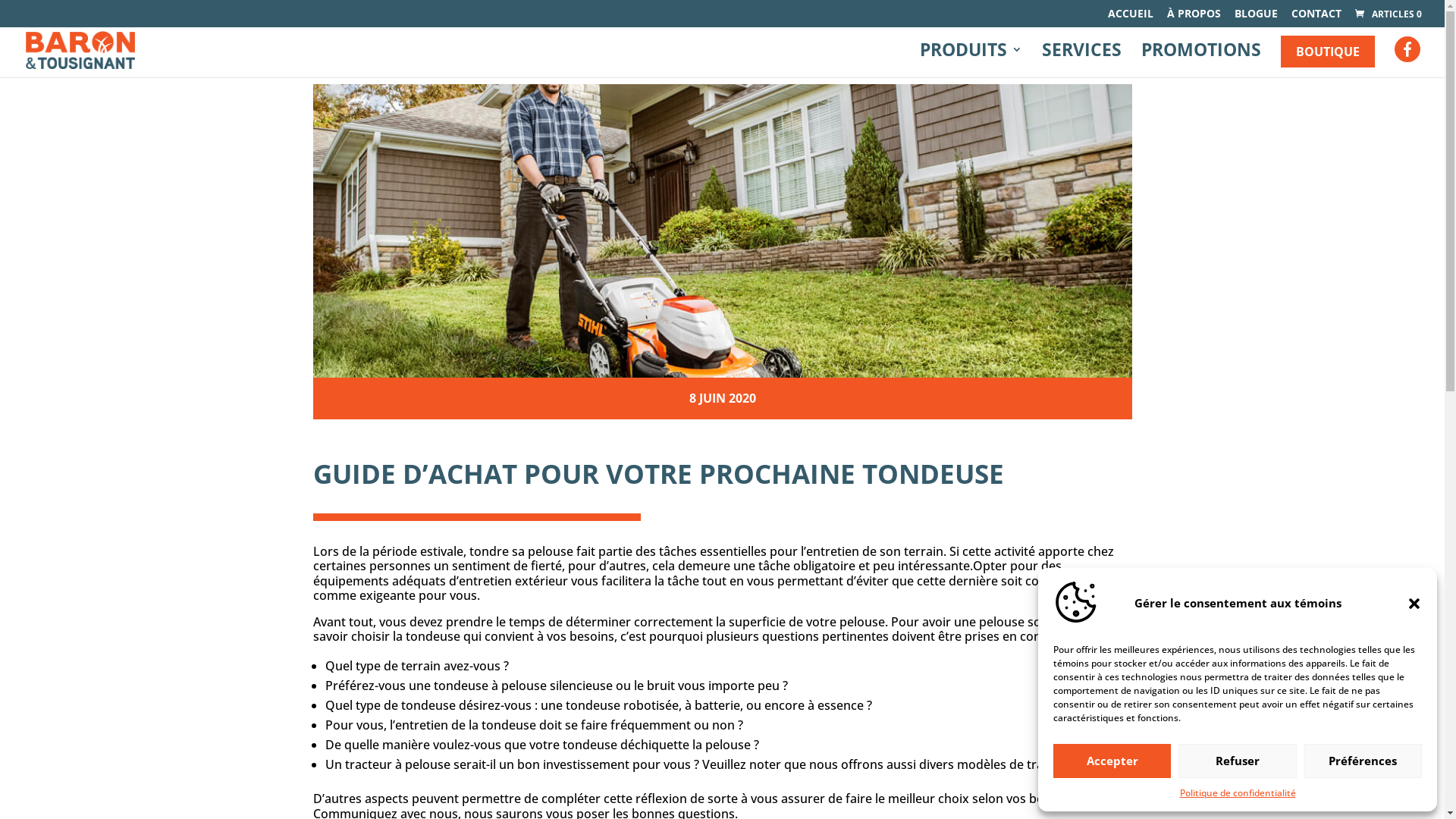 This screenshot has width=1456, height=819. I want to click on 'BOUTIQUE', so click(1327, 51).